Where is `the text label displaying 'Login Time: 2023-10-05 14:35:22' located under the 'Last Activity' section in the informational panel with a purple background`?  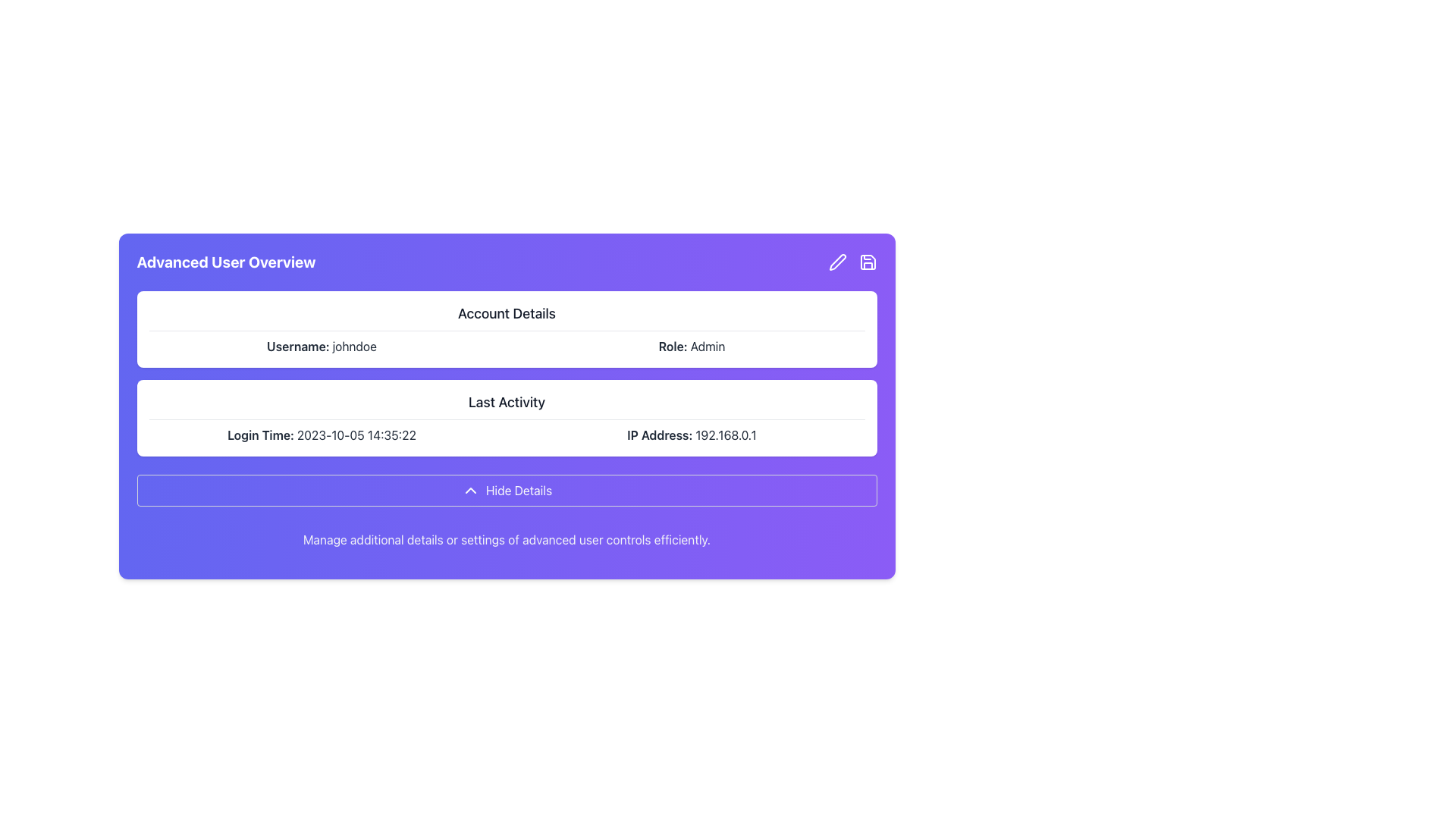 the text label displaying 'Login Time: 2023-10-05 14:35:22' located under the 'Last Activity' section in the informational panel with a purple background is located at coordinates (321, 435).